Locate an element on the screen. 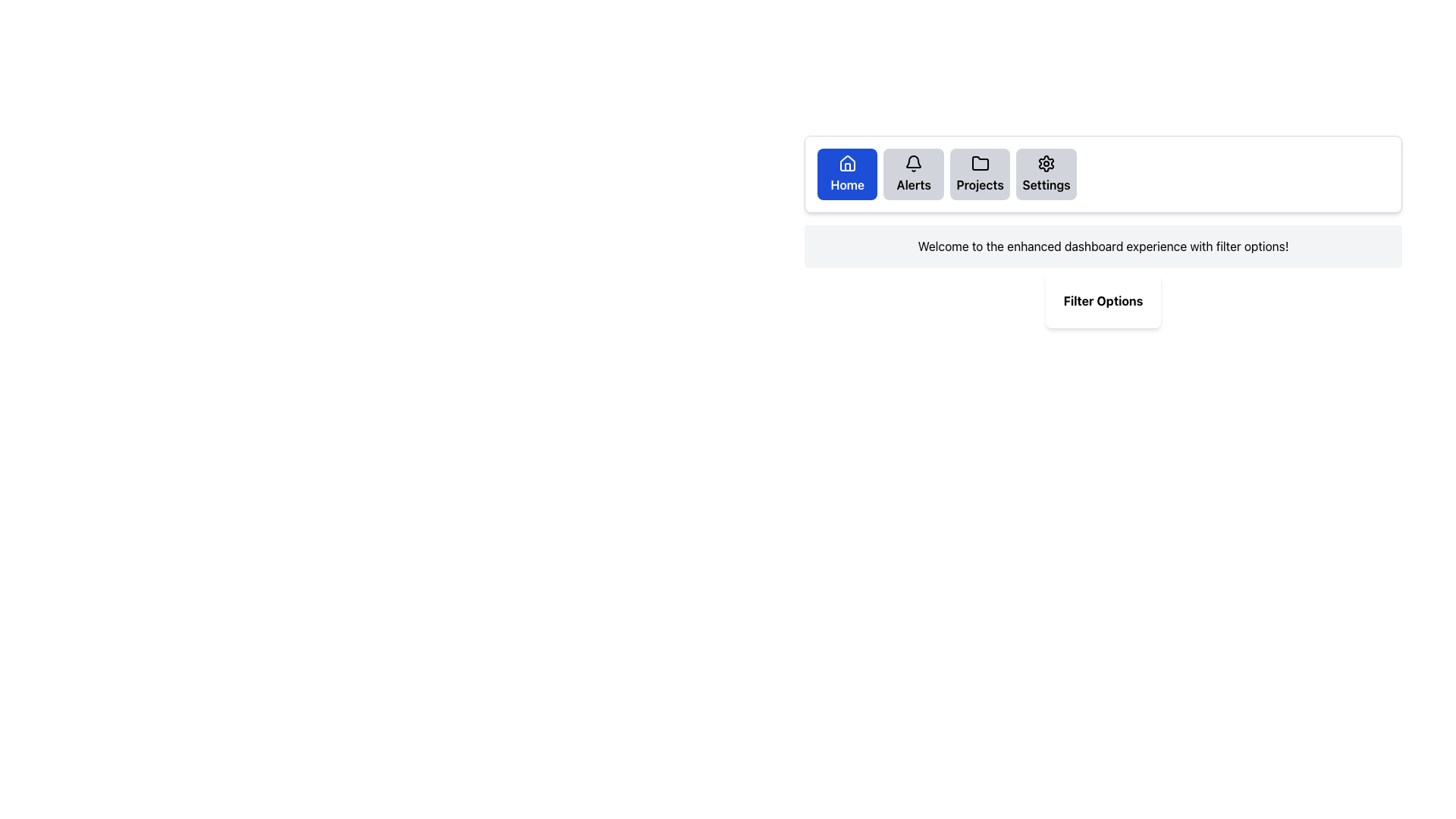 This screenshot has height=819, width=1456. the Home icon located in the top-left corner of the navigation menu is located at coordinates (846, 164).